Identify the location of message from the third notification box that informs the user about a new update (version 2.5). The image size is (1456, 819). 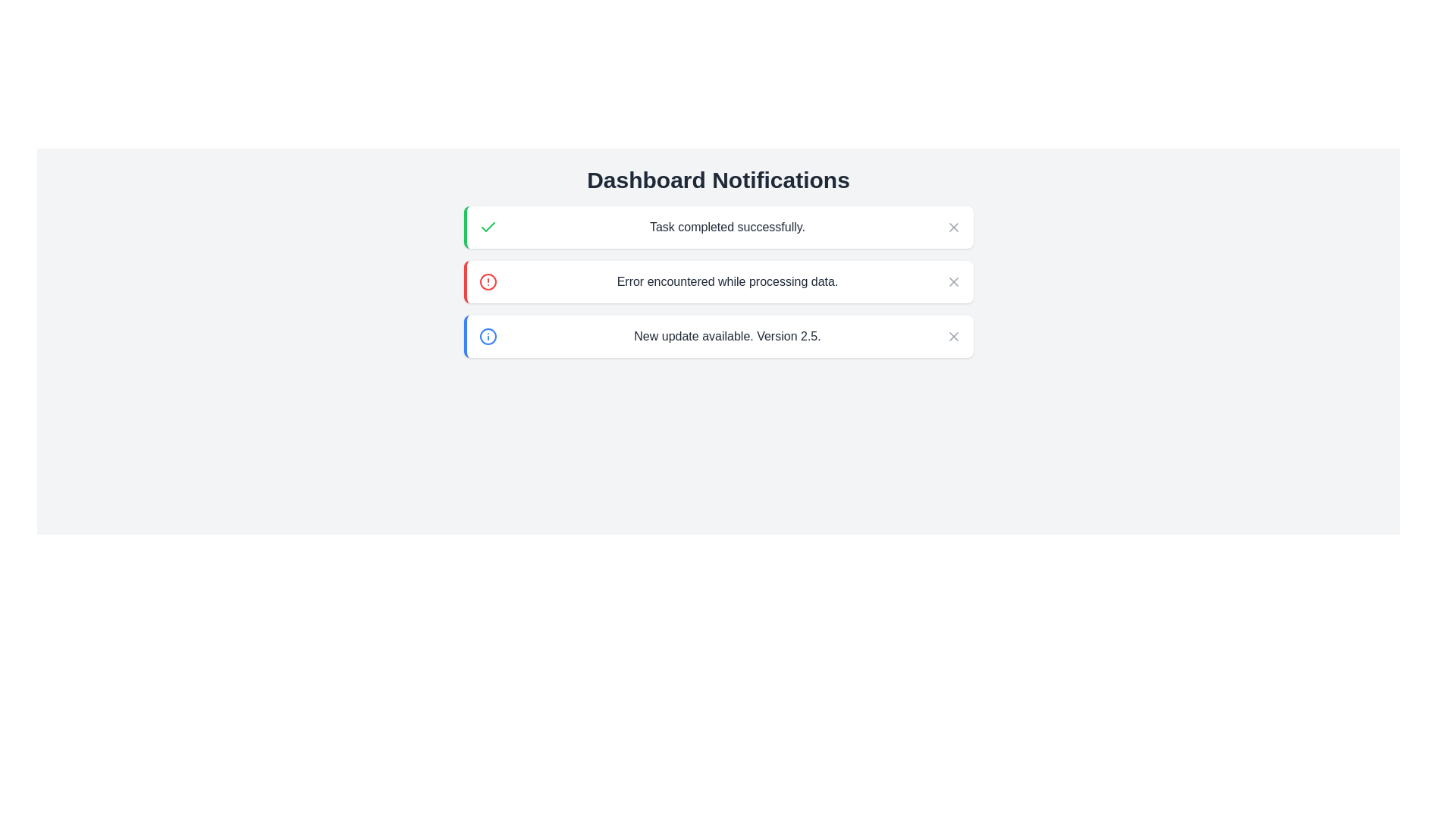
(717, 335).